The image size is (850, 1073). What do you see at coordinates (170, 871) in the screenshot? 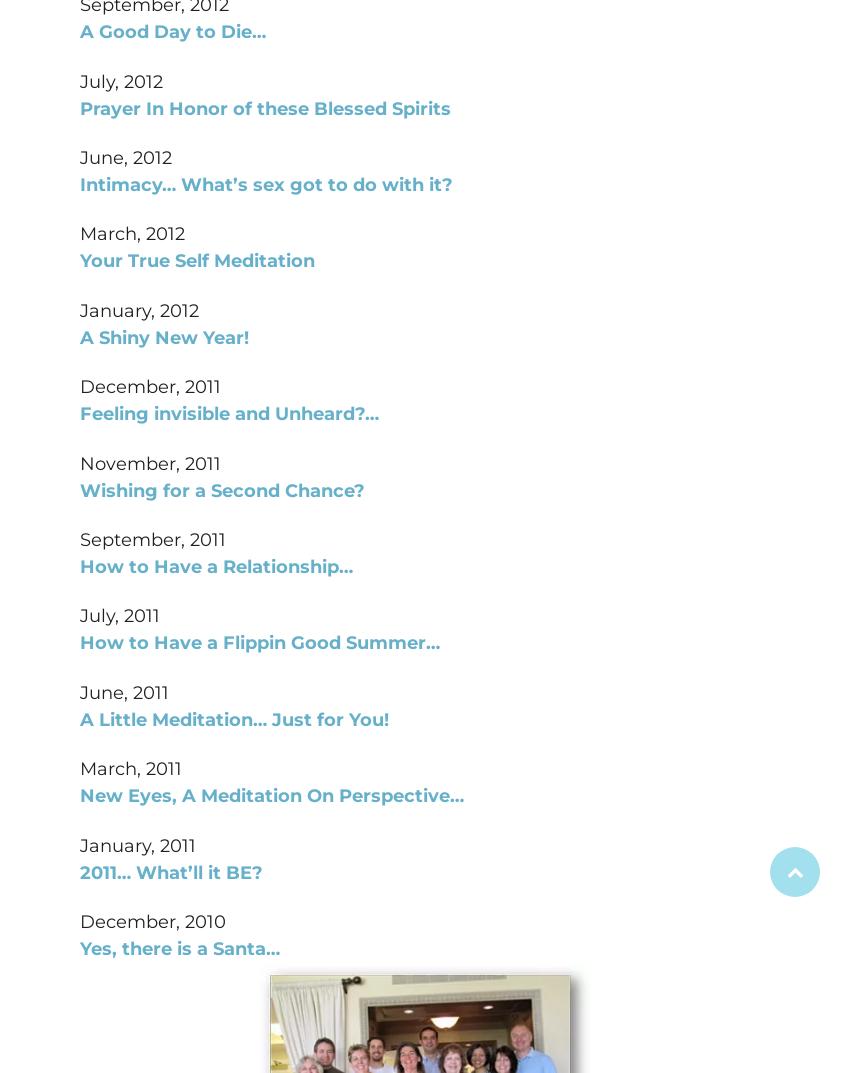
I see `'2011… What’ll it BE?'` at bounding box center [170, 871].